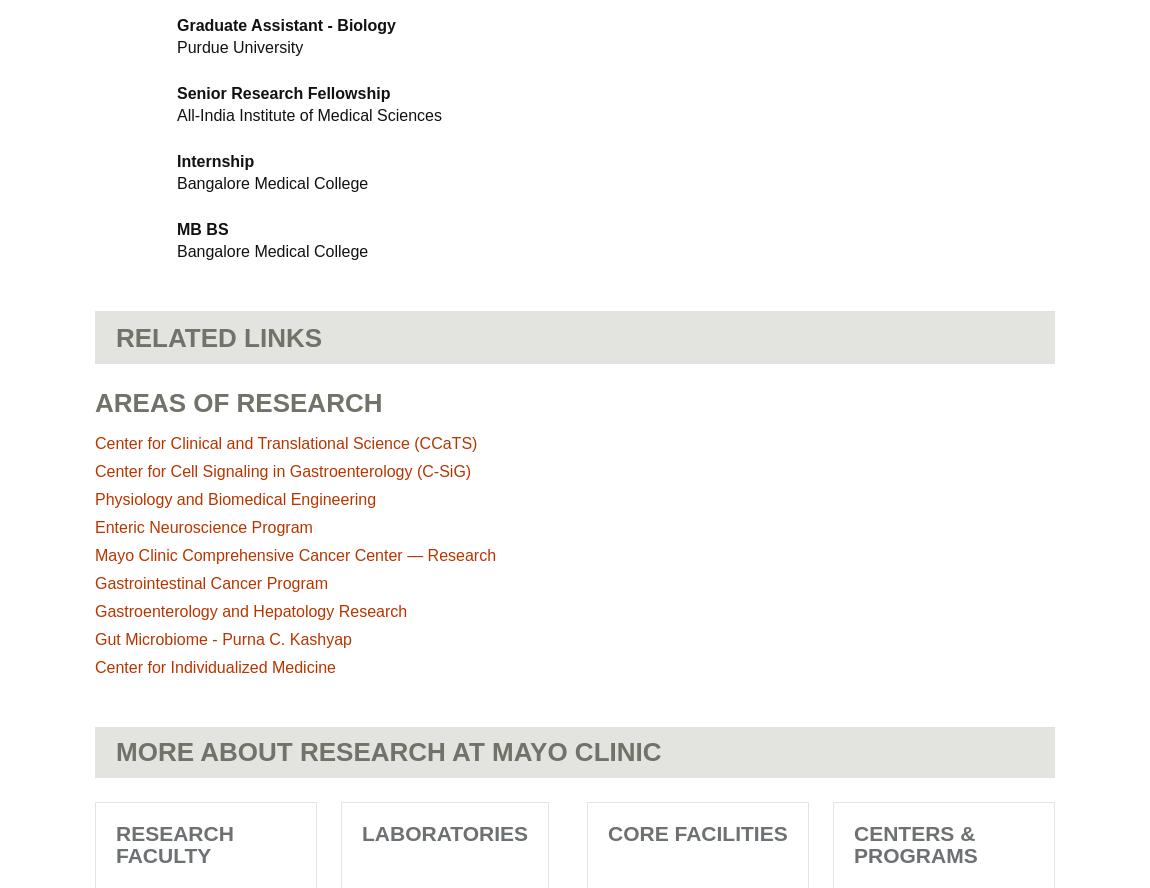 This screenshot has height=888, width=1150. I want to click on 'Physiology and Biomedical Engineering', so click(234, 499).